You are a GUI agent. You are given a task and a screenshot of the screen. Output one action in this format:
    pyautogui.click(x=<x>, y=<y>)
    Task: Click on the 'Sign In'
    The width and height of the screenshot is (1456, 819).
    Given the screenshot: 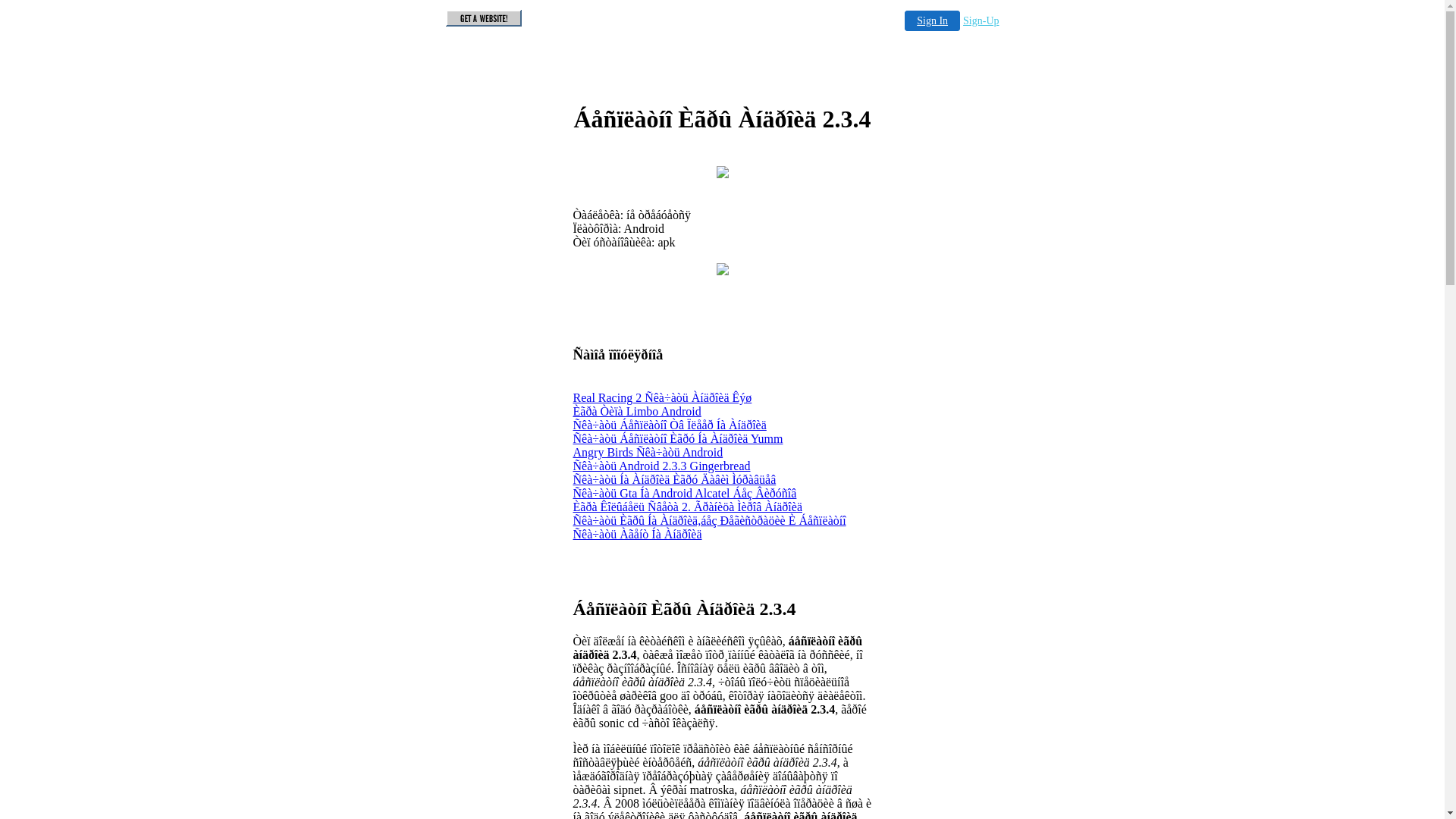 What is the action you would take?
    pyautogui.click(x=931, y=20)
    